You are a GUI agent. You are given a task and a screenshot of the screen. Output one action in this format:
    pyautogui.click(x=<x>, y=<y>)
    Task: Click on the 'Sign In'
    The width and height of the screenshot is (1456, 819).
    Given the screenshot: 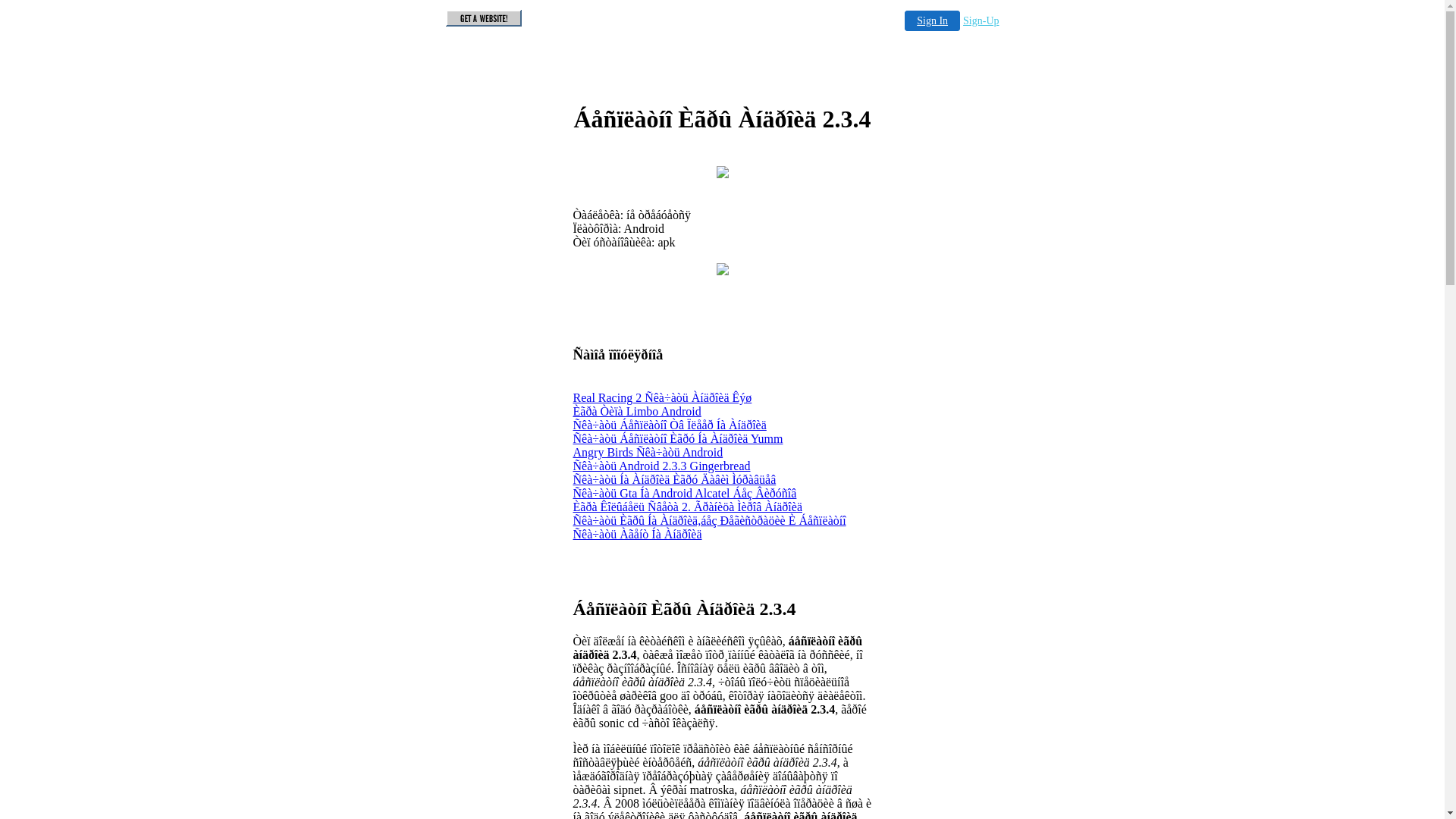 What is the action you would take?
    pyautogui.click(x=931, y=20)
    